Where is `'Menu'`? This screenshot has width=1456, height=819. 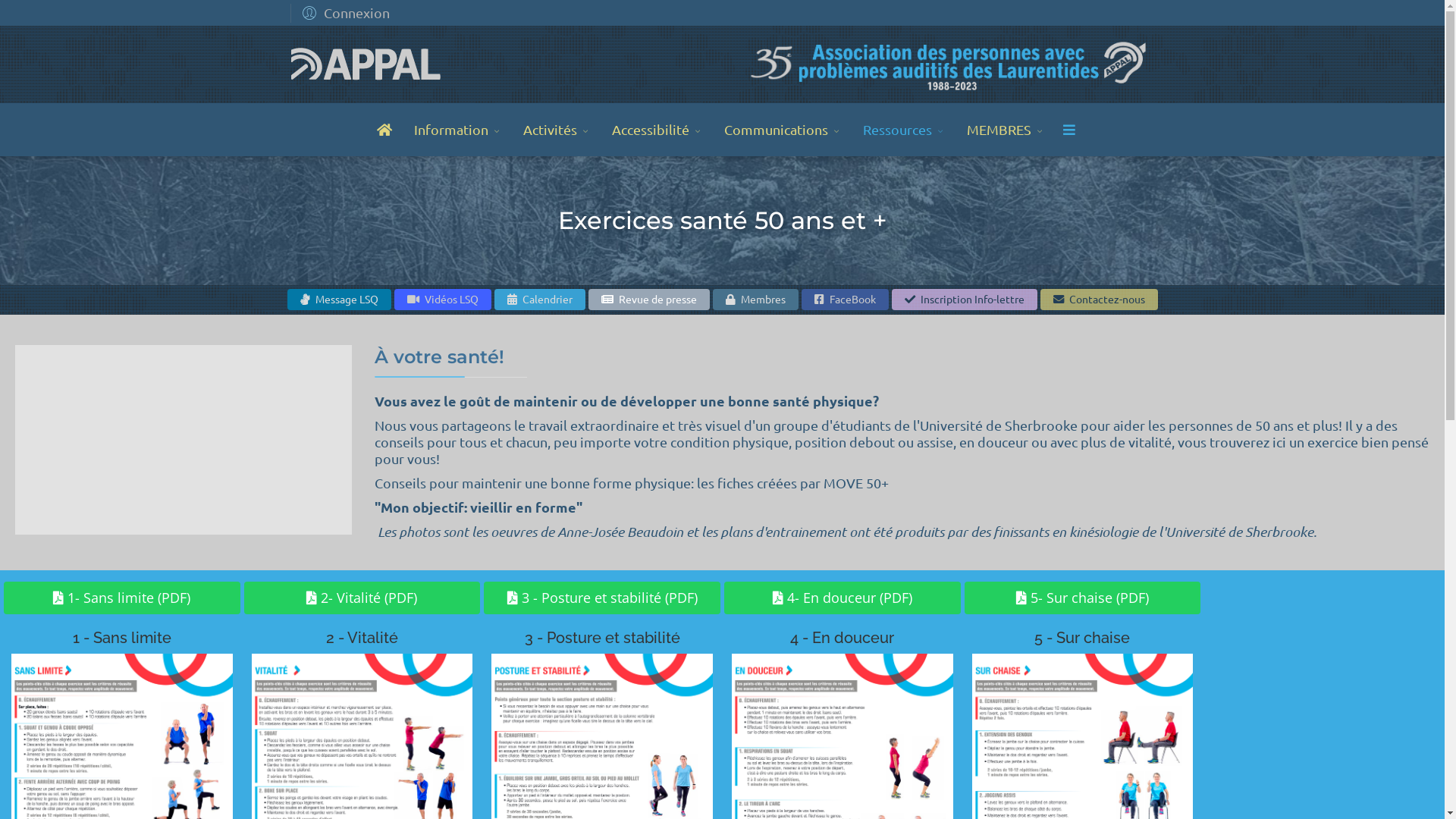 'Menu' is located at coordinates (1056, 128).